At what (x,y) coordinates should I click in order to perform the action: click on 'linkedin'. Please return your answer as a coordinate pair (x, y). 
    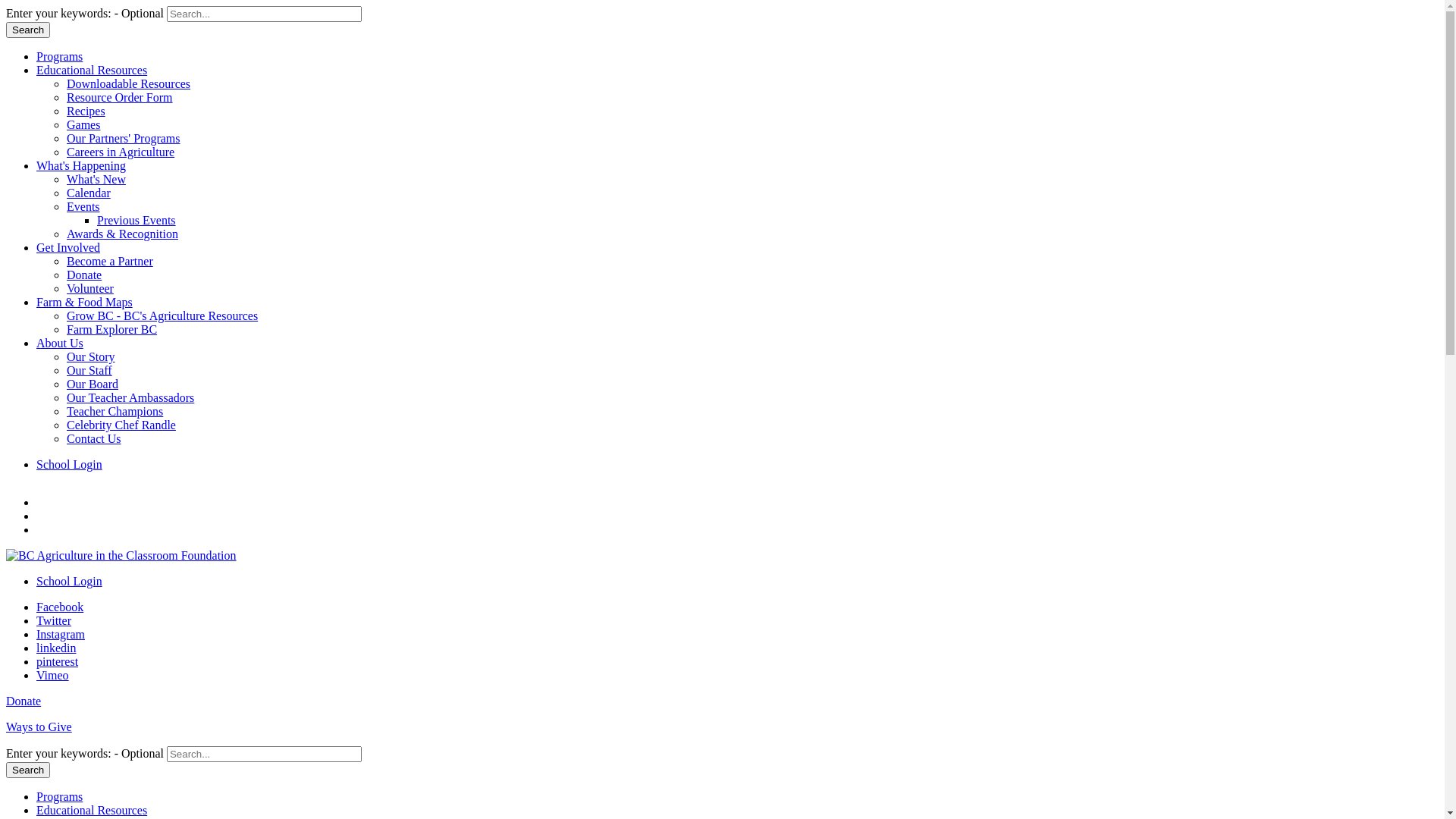
    Looking at the image, I should click on (55, 648).